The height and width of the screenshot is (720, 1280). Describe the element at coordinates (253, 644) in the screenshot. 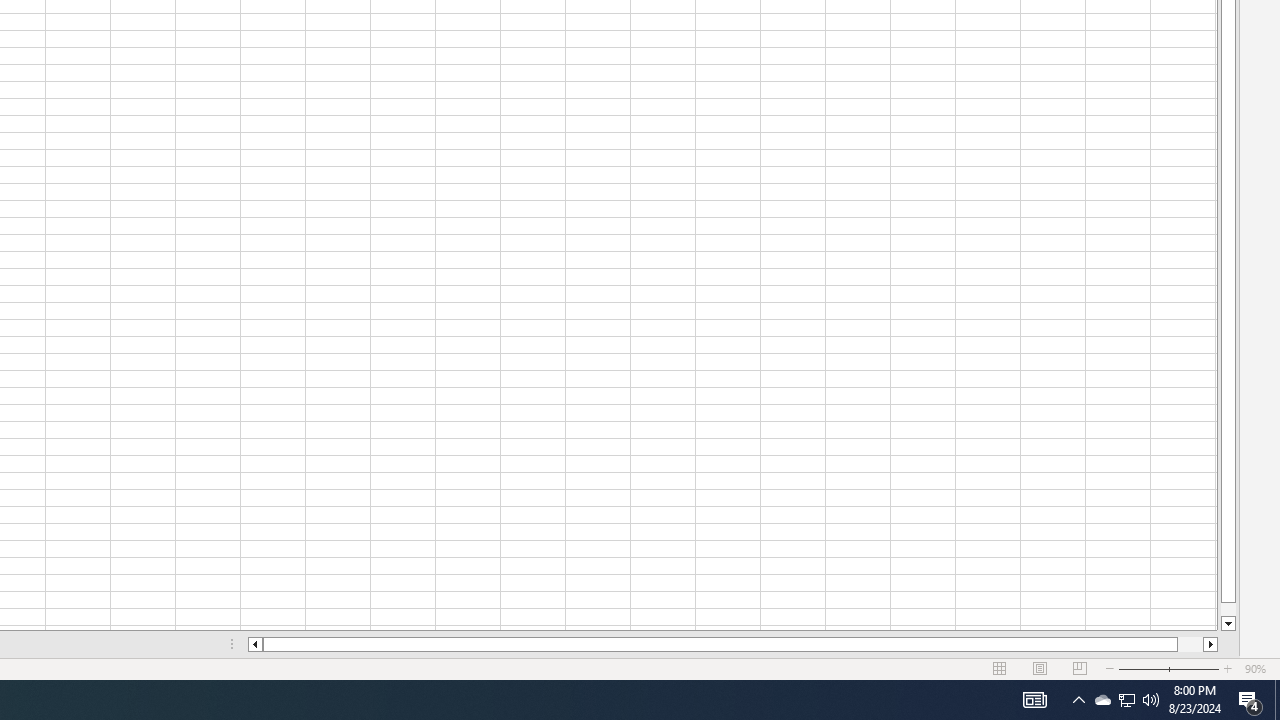

I see `'Column left'` at that location.